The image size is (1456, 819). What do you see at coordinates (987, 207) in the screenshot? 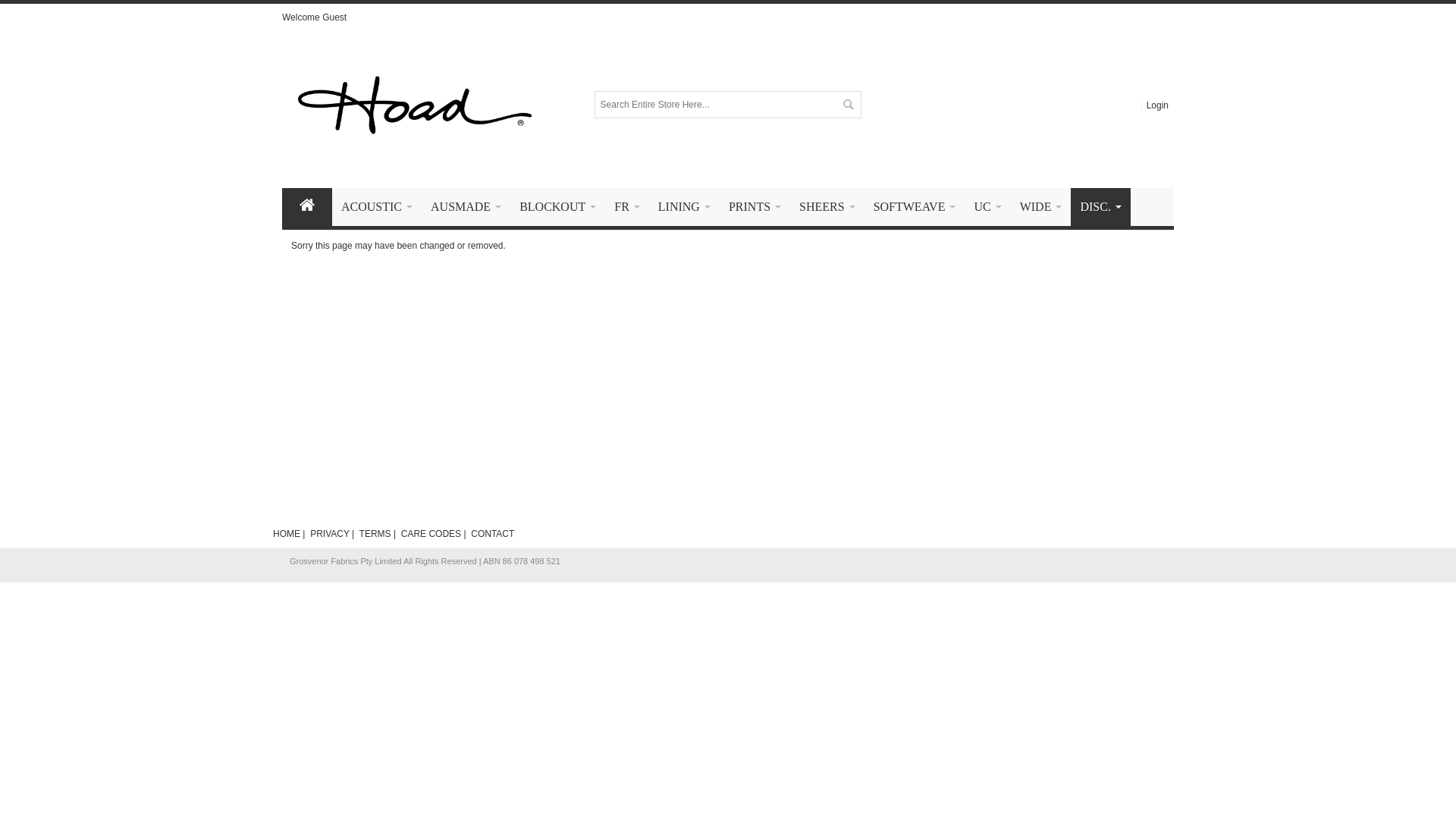
I see `'UC  '` at bounding box center [987, 207].